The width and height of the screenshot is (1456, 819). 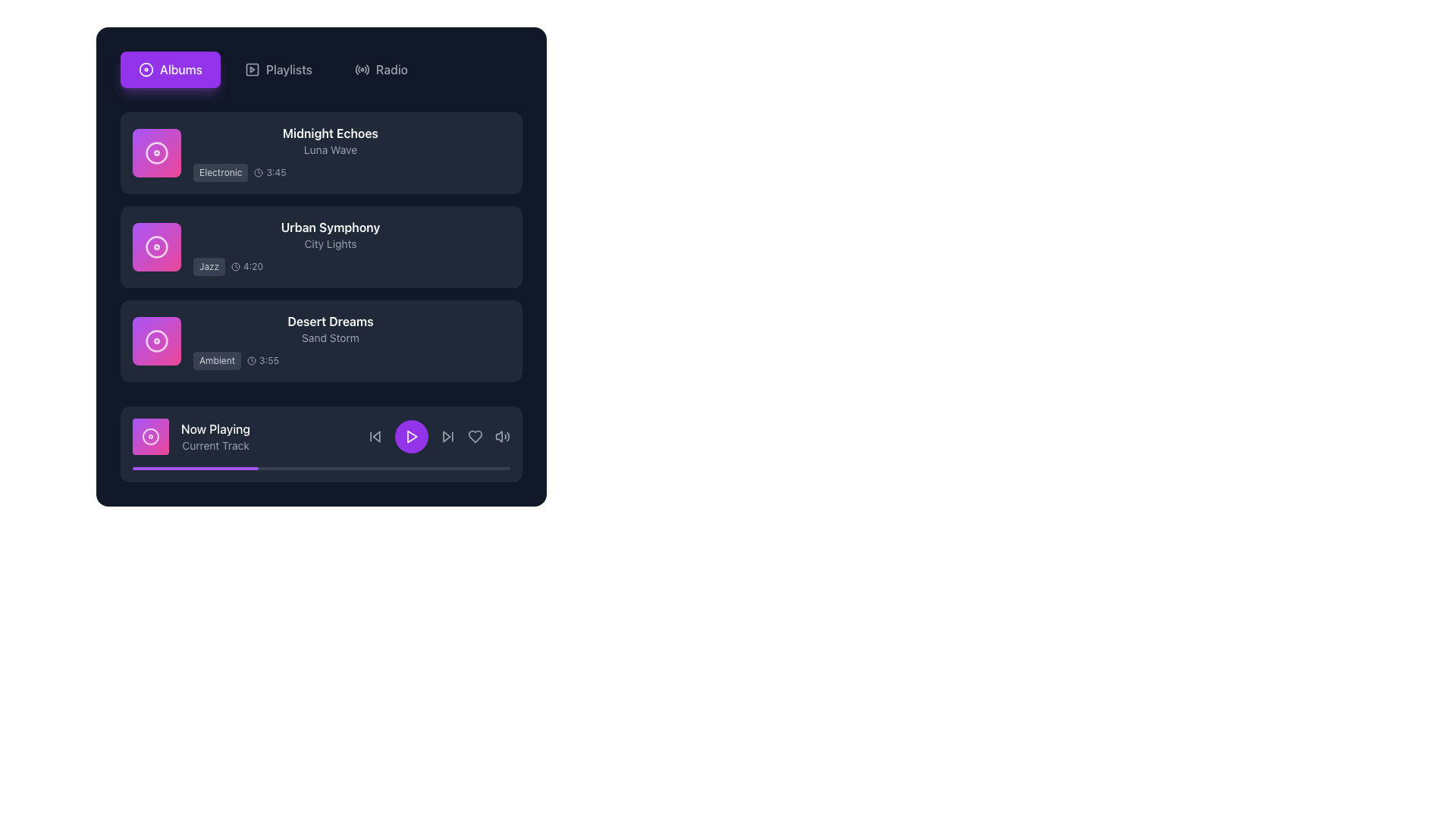 I want to click on the disc icon representing the 'Urban Symphony - City Lights' album, which is part of the second row in the list of album items, so click(x=156, y=246).